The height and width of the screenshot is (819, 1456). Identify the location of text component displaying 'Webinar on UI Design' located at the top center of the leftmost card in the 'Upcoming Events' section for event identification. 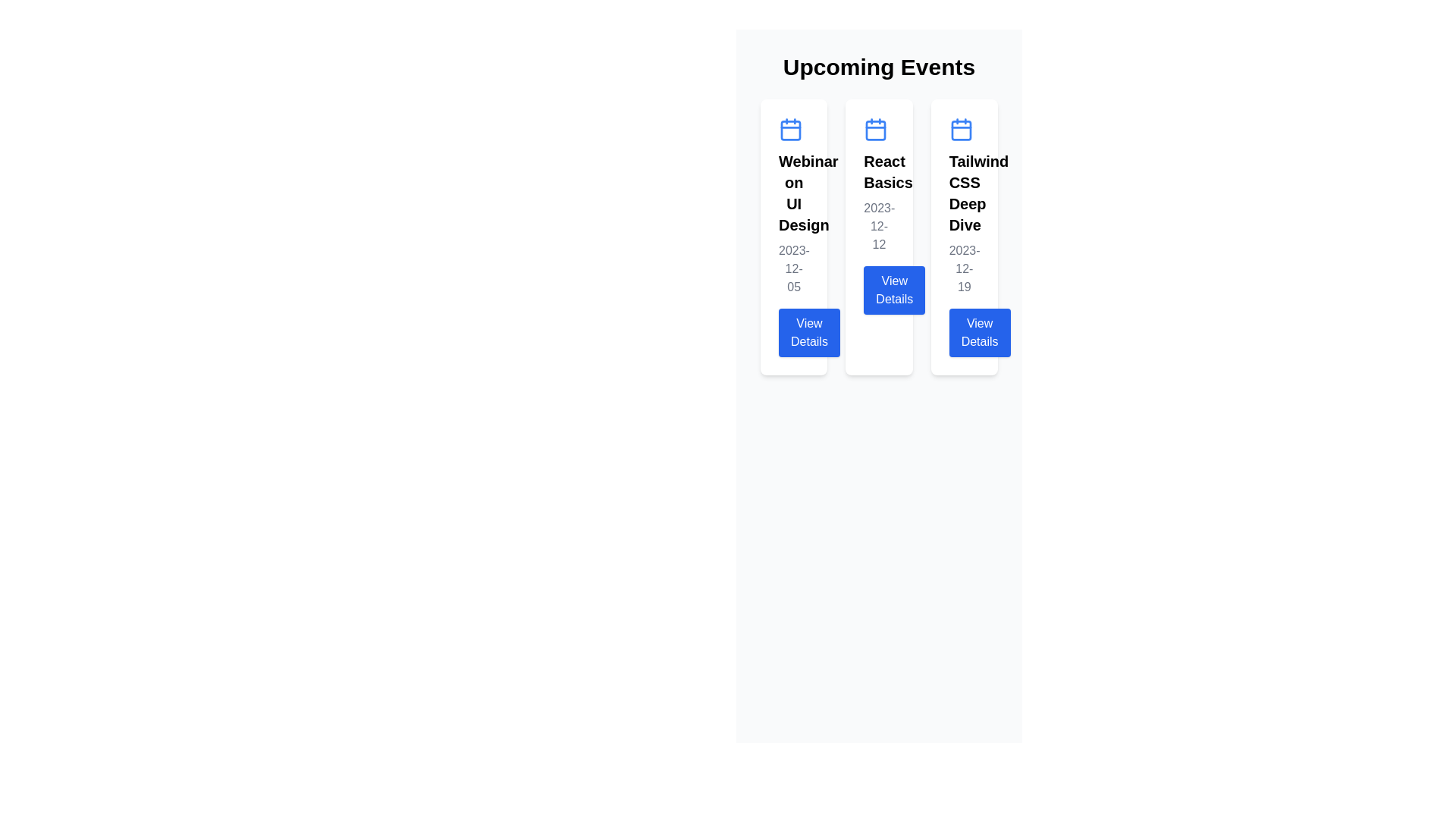
(793, 192).